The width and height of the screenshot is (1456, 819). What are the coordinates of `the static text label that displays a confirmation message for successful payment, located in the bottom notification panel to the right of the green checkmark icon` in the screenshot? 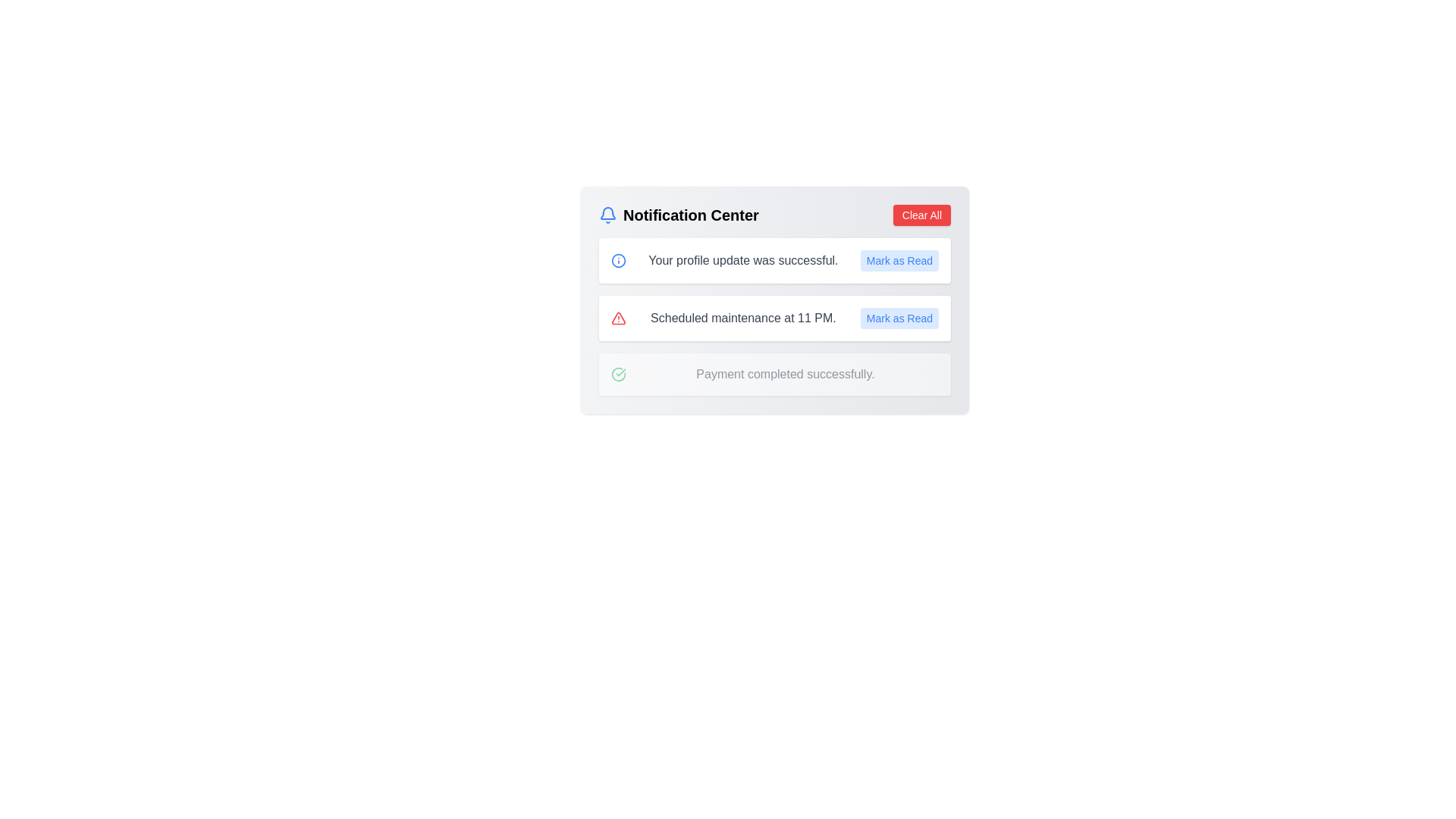 It's located at (786, 374).